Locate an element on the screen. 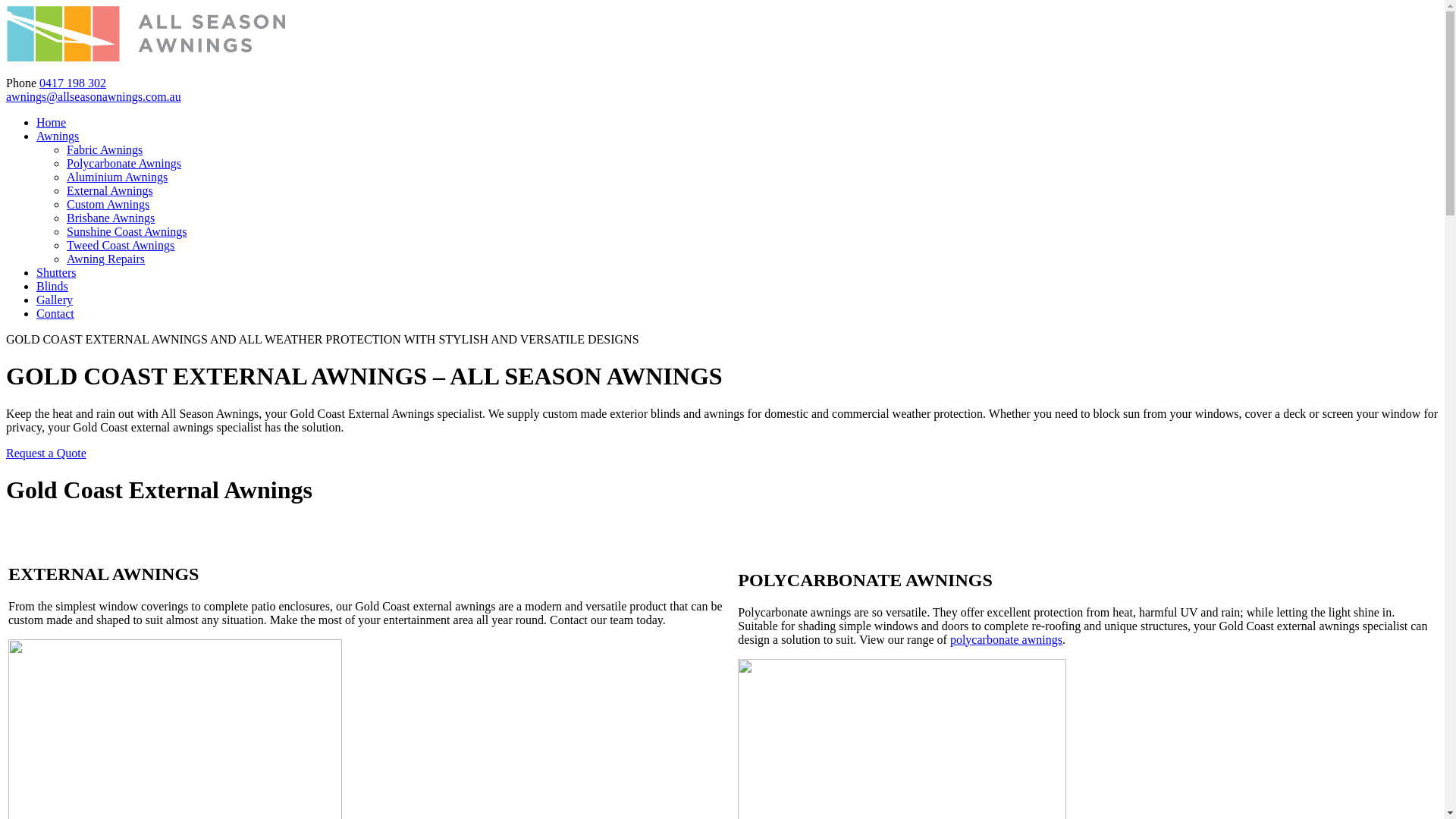  'Aluminium Awnings' is located at coordinates (116, 176).